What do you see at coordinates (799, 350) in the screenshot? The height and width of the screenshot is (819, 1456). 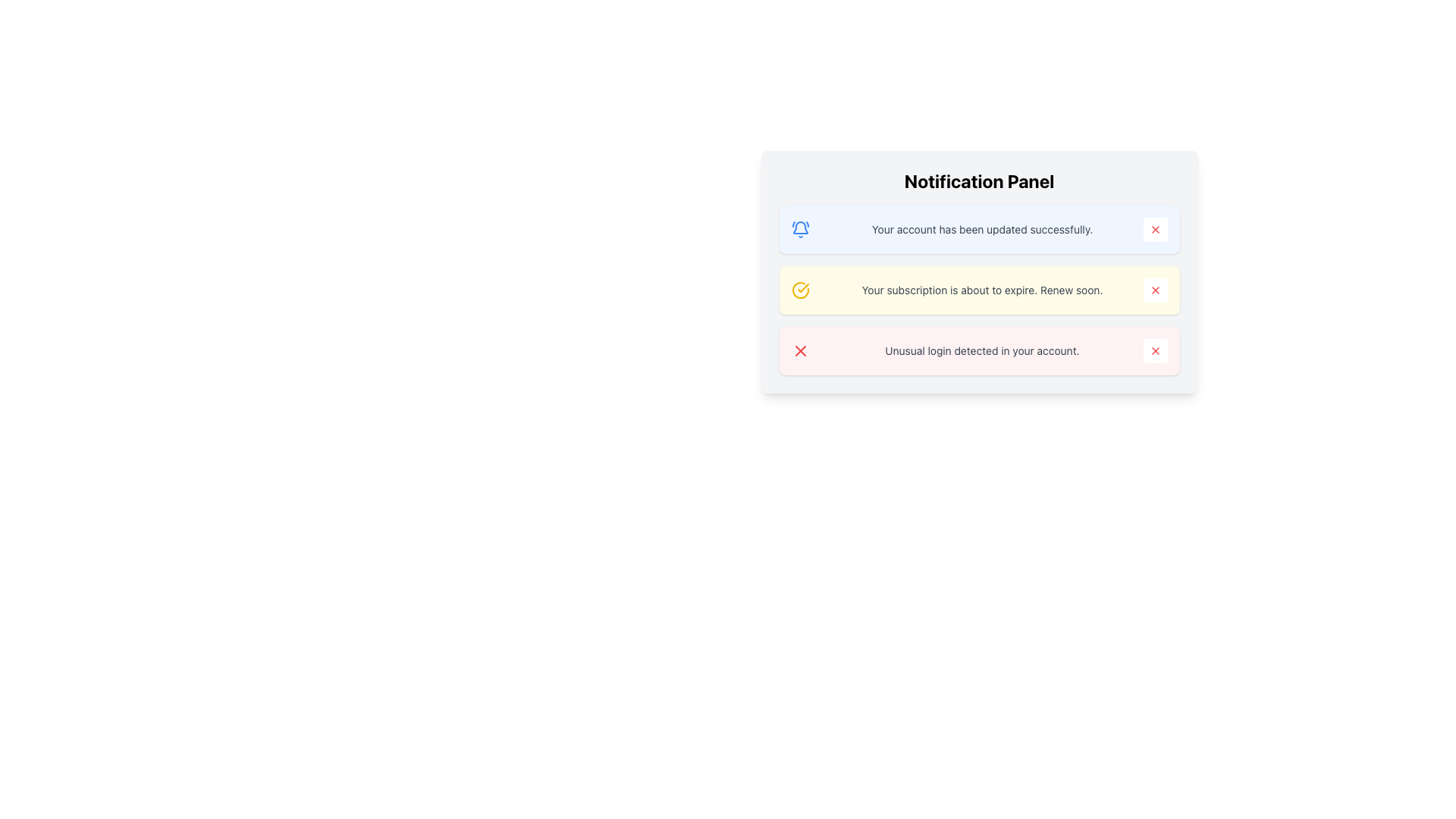 I see `the error or warning icon in the third notification of the vertically stacked notification panel, which is located to the left of the text 'Unusual login detected in your account.'` at bounding box center [799, 350].